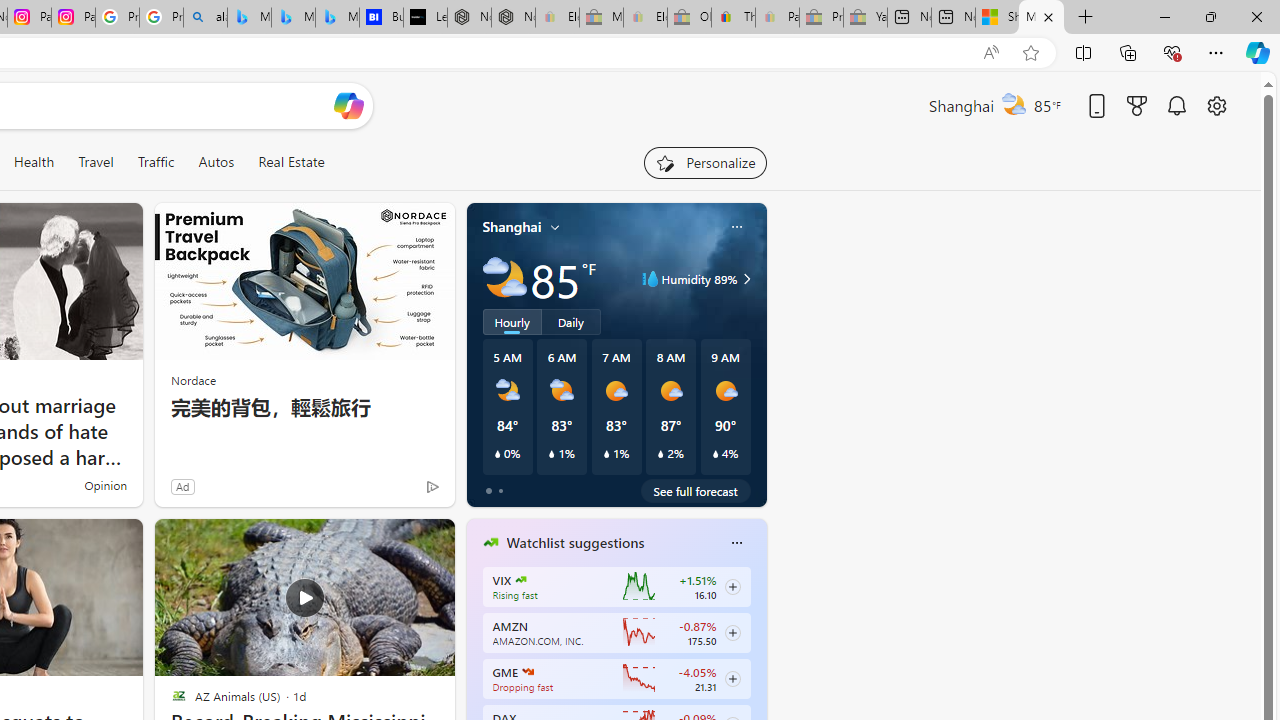 The image size is (1280, 720). What do you see at coordinates (743, 279) in the screenshot?
I see `'Humidity 89%'` at bounding box center [743, 279].